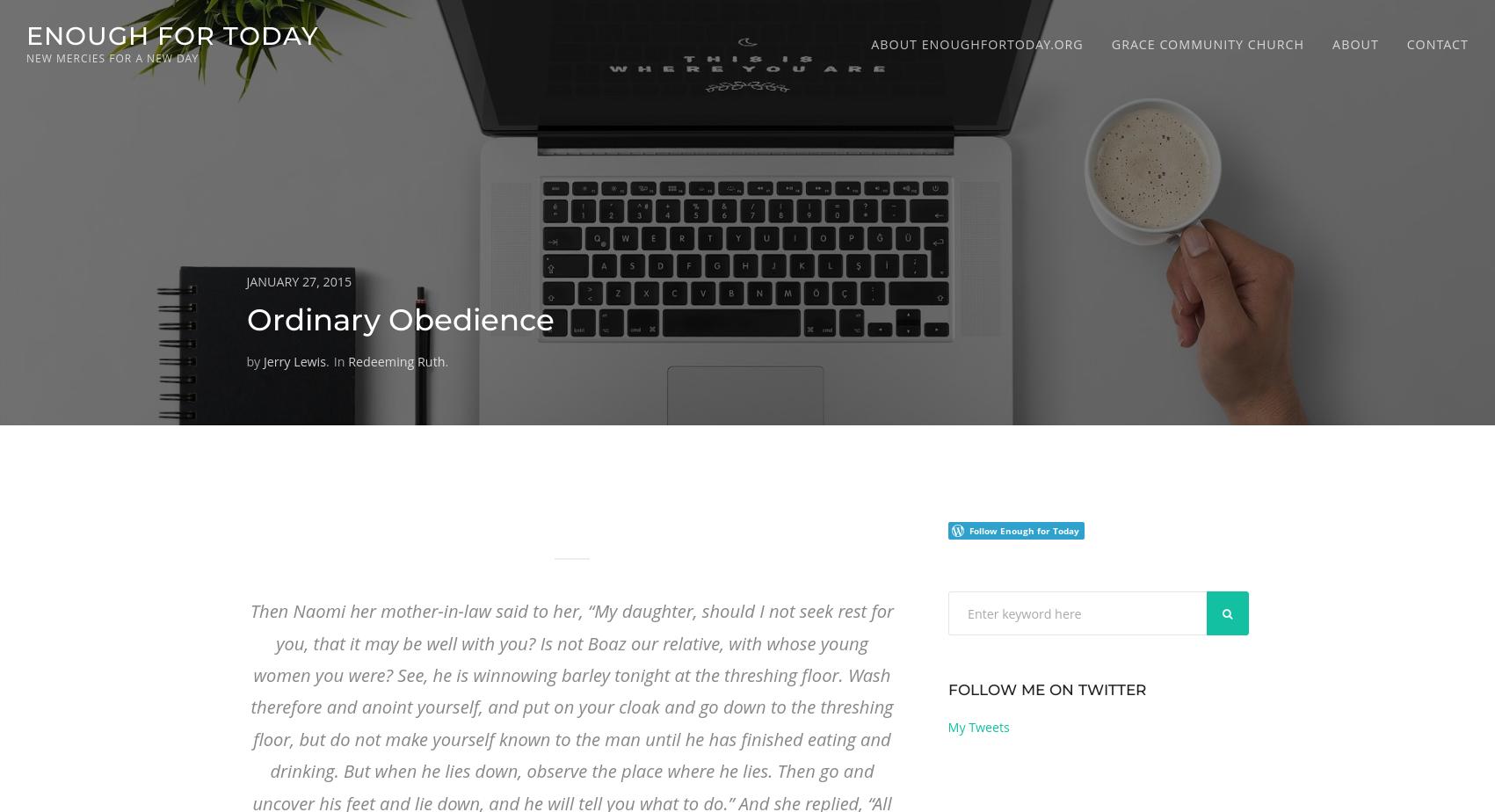  What do you see at coordinates (1045, 689) in the screenshot?
I see `'Follow me on Twitter'` at bounding box center [1045, 689].